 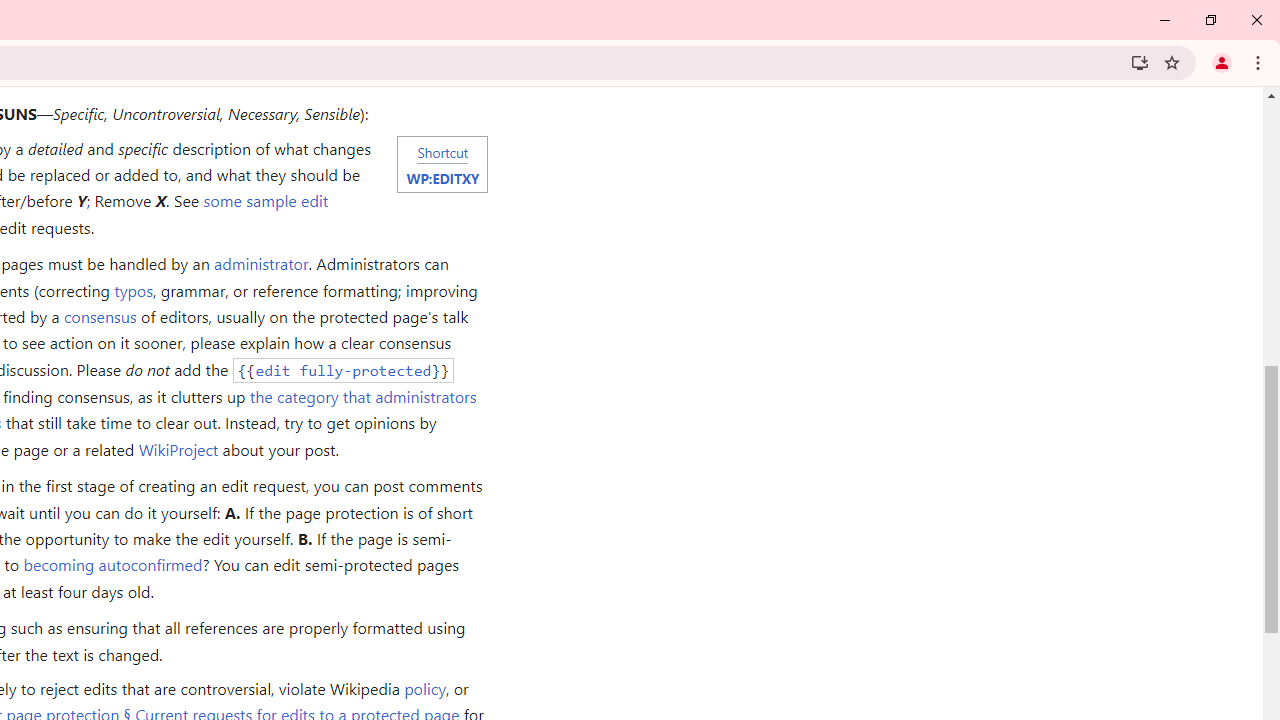 What do you see at coordinates (1165, 20) in the screenshot?
I see `'Minimize'` at bounding box center [1165, 20].